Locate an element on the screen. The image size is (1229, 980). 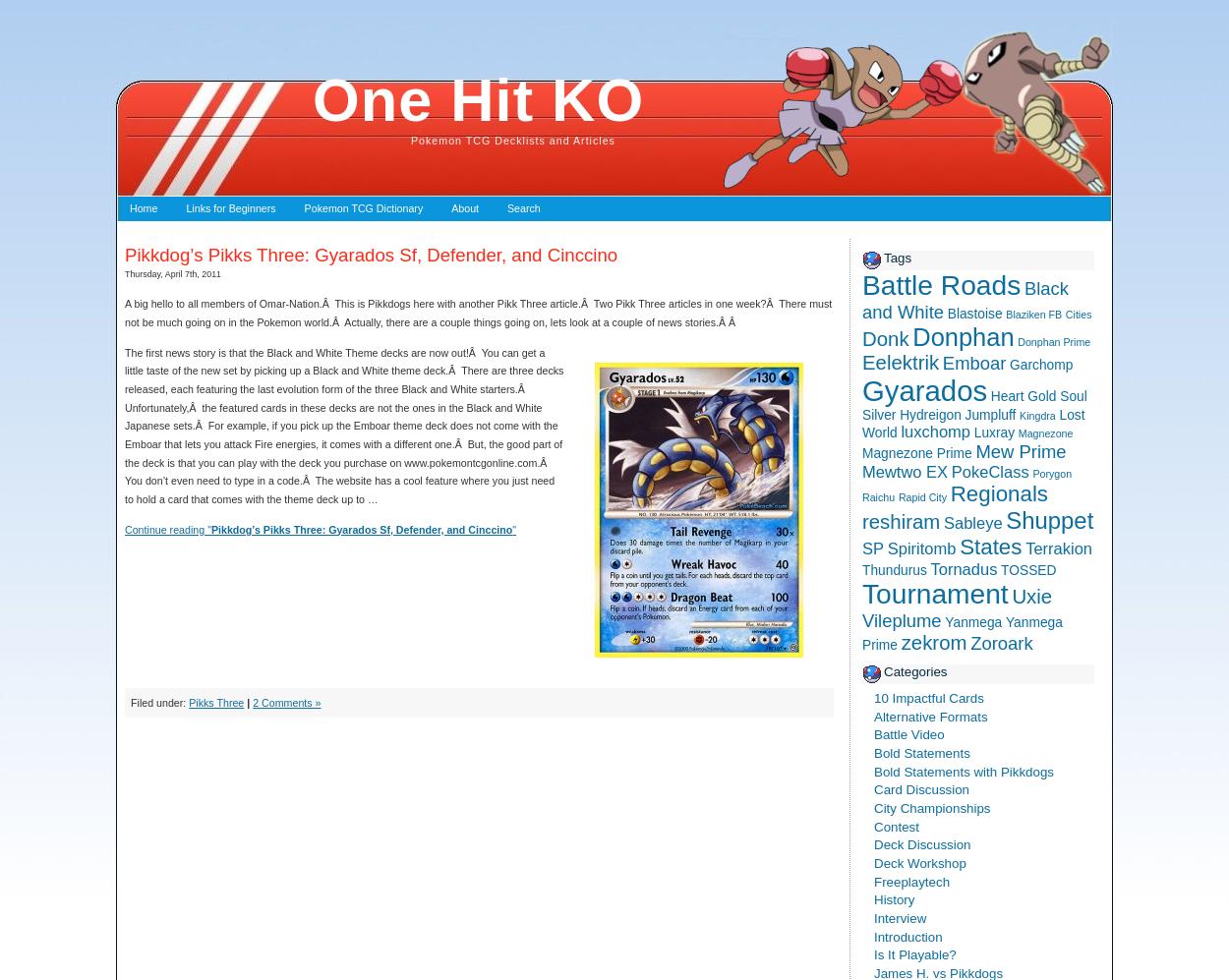
'Battle Roads' is located at coordinates (862, 285).